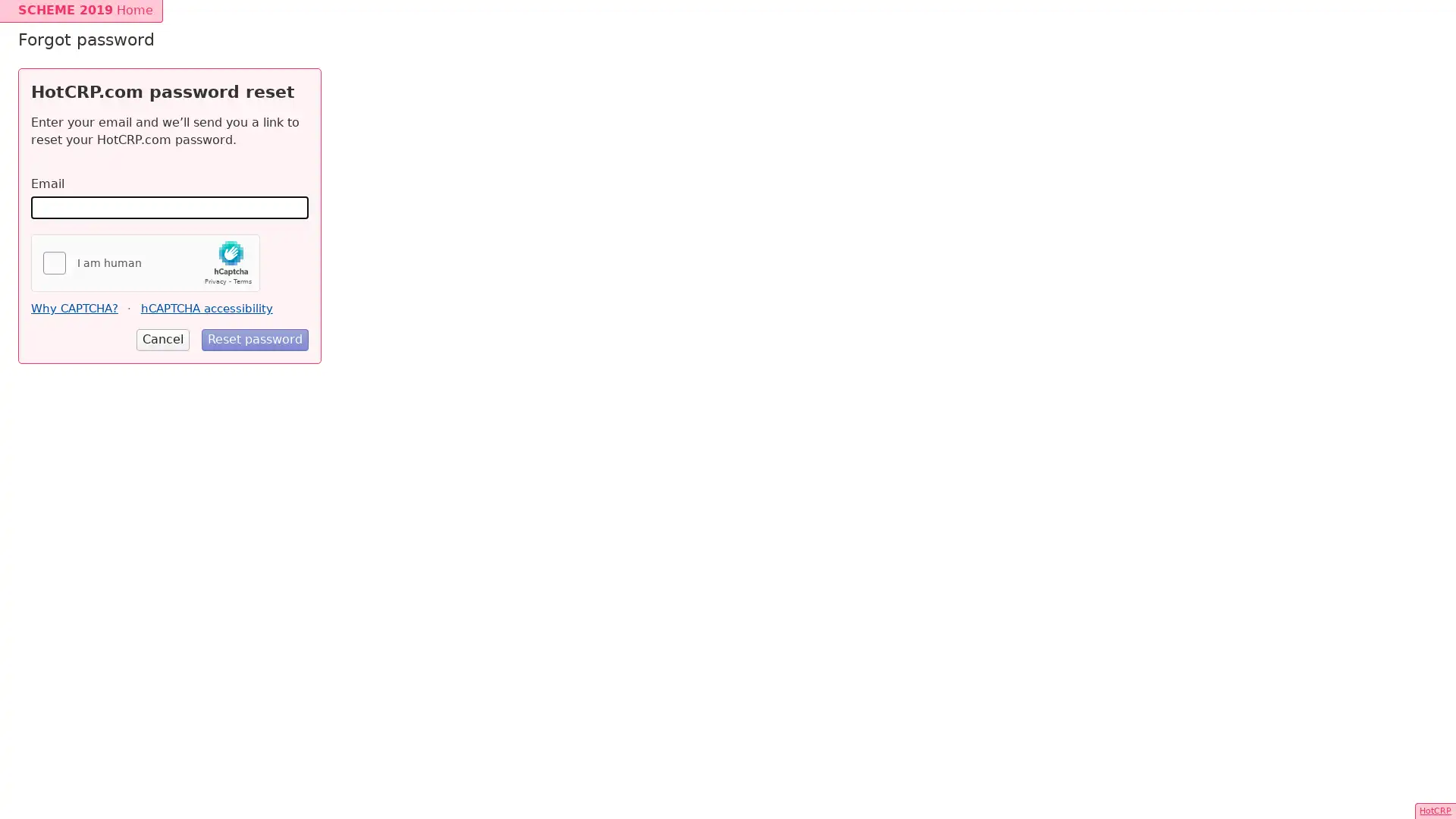 The height and width of the screenshot is (819, 1456). Describe the element at coordinates (163, 338) in the screenshot. I see `Cancel` at that location.